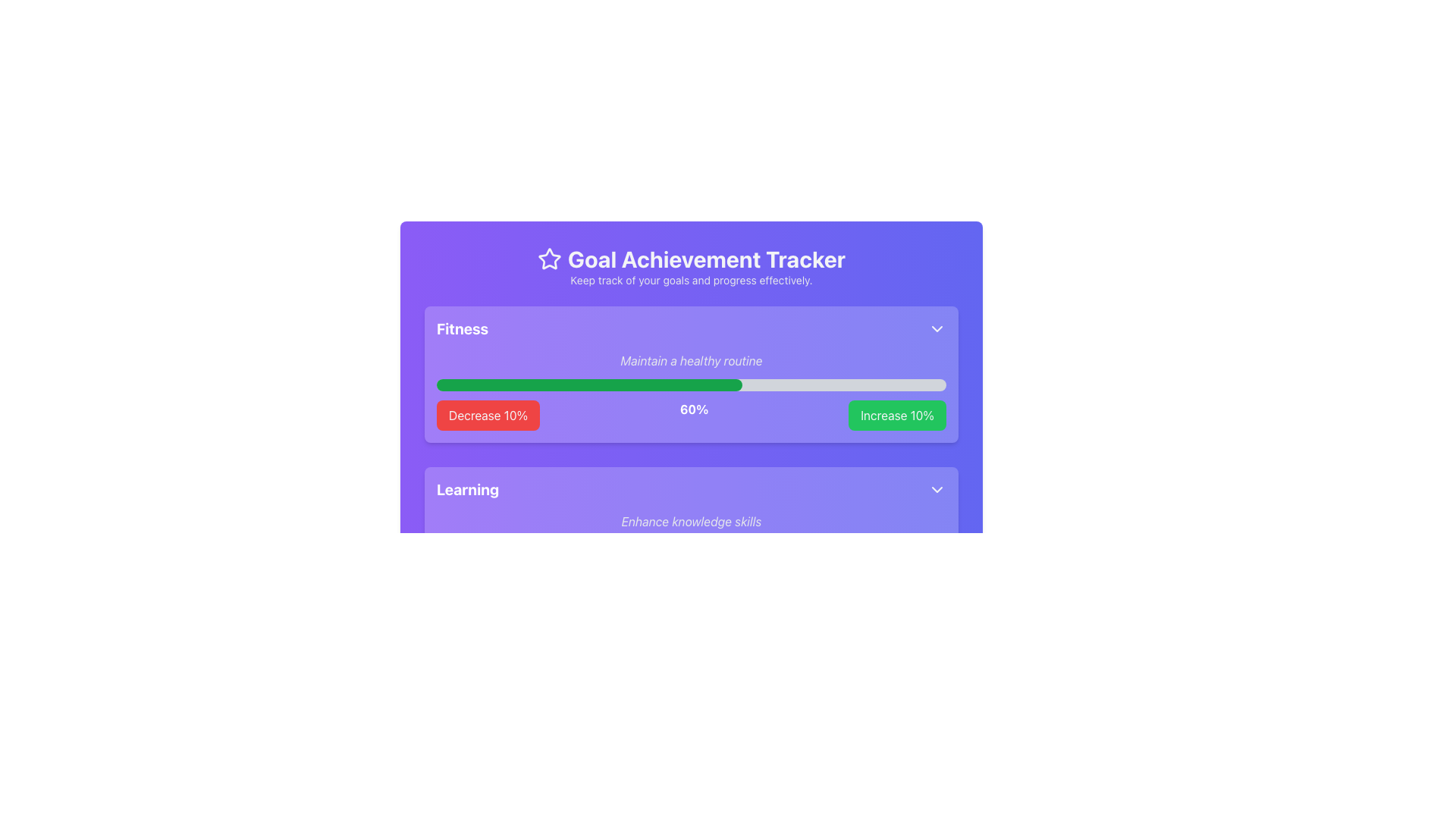  What do you see at coordinates (548, 259) in the screenshot?
I see `the star icon with a hollow outline located to the left of the 'Goal Achievement Tracker' text to interact with it` at bounding box center [548, 259].